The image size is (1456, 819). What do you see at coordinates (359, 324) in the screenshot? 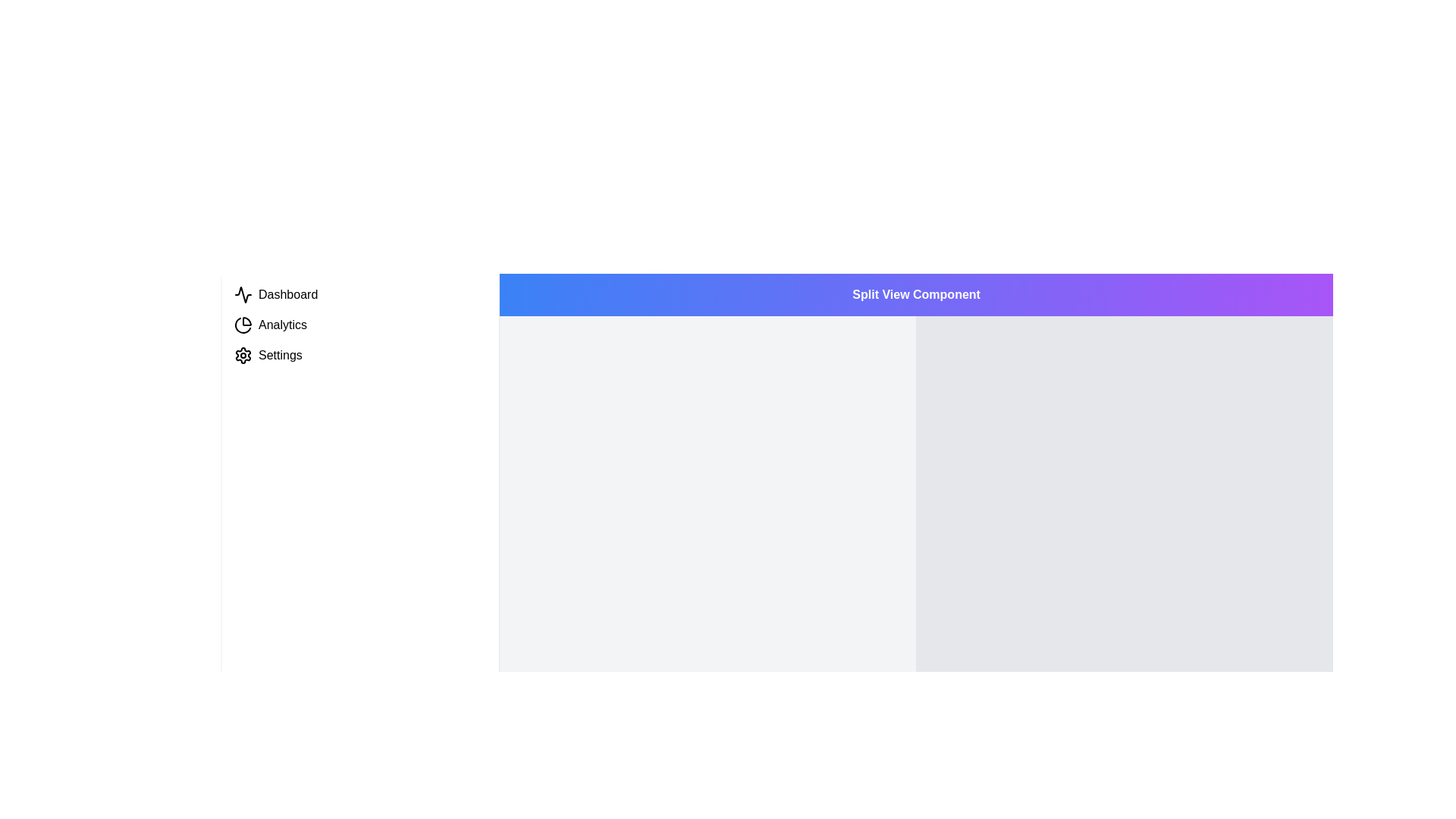
I see `the 'Analytics' option in the Navigation Menu located in the left sidebar` at bounding box center [359, 324].